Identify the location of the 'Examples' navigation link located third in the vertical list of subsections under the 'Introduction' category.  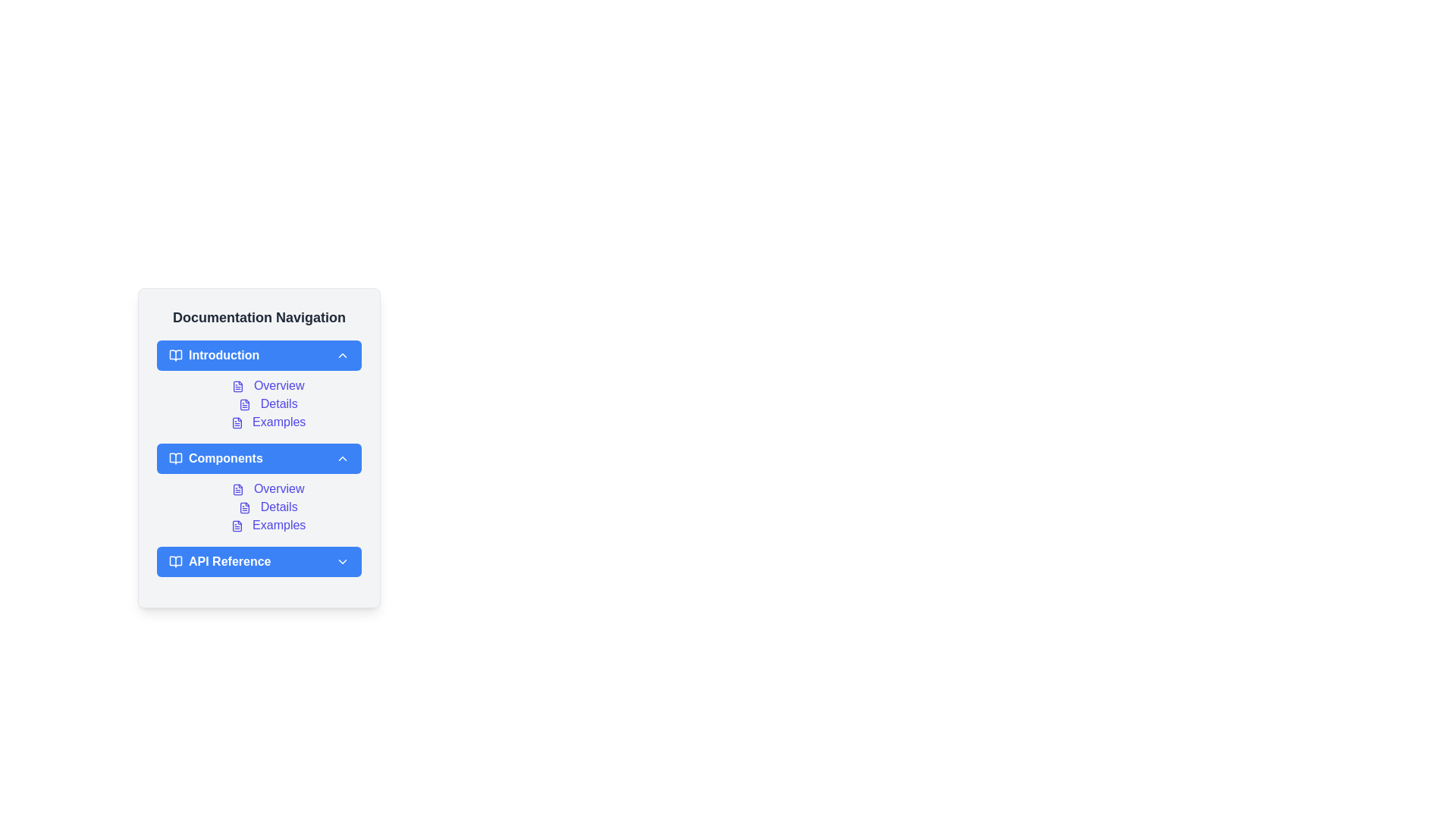
(268, 422).